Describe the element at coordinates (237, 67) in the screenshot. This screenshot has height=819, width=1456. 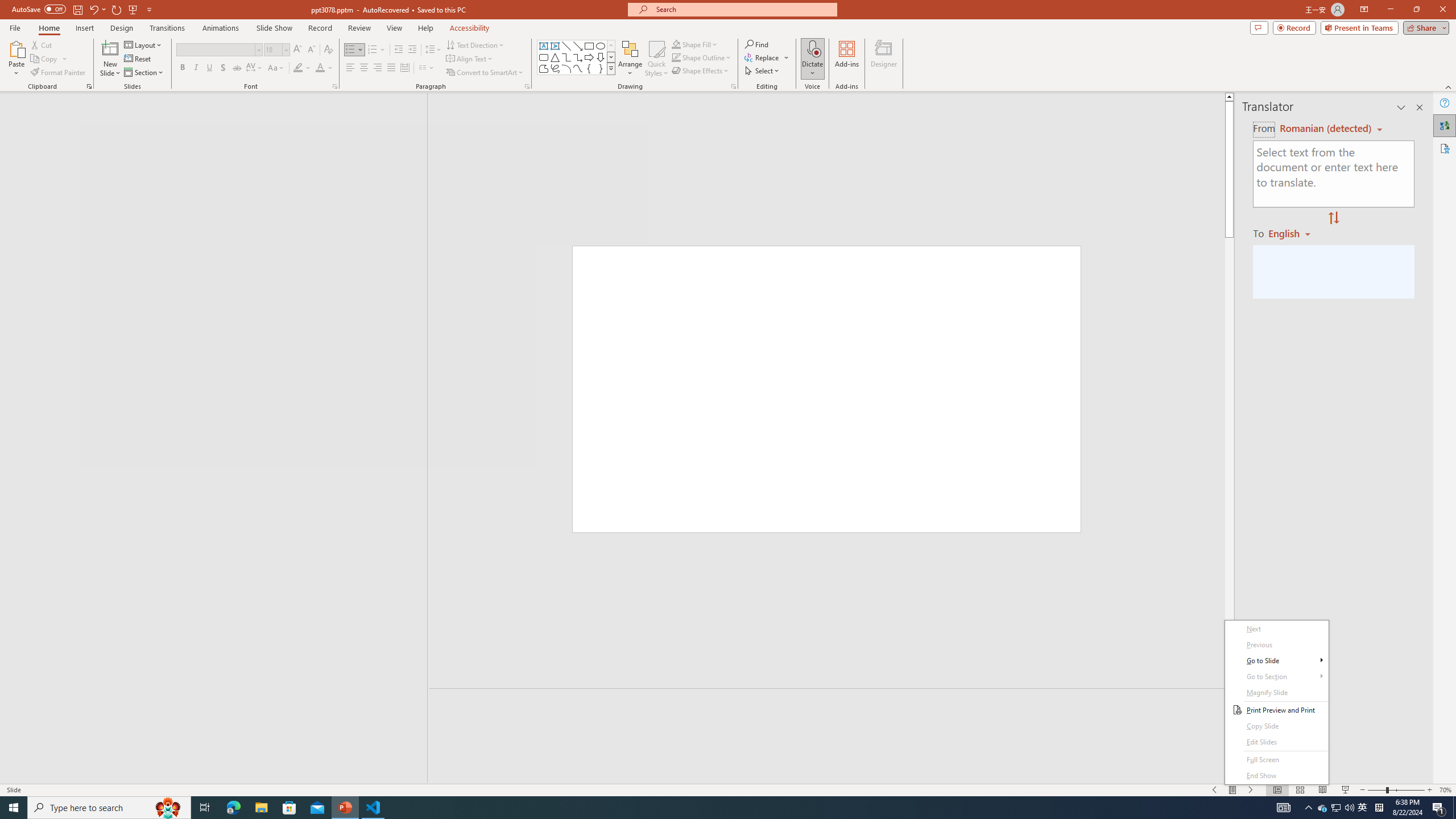
I see `'Strikethrough'` at that location.